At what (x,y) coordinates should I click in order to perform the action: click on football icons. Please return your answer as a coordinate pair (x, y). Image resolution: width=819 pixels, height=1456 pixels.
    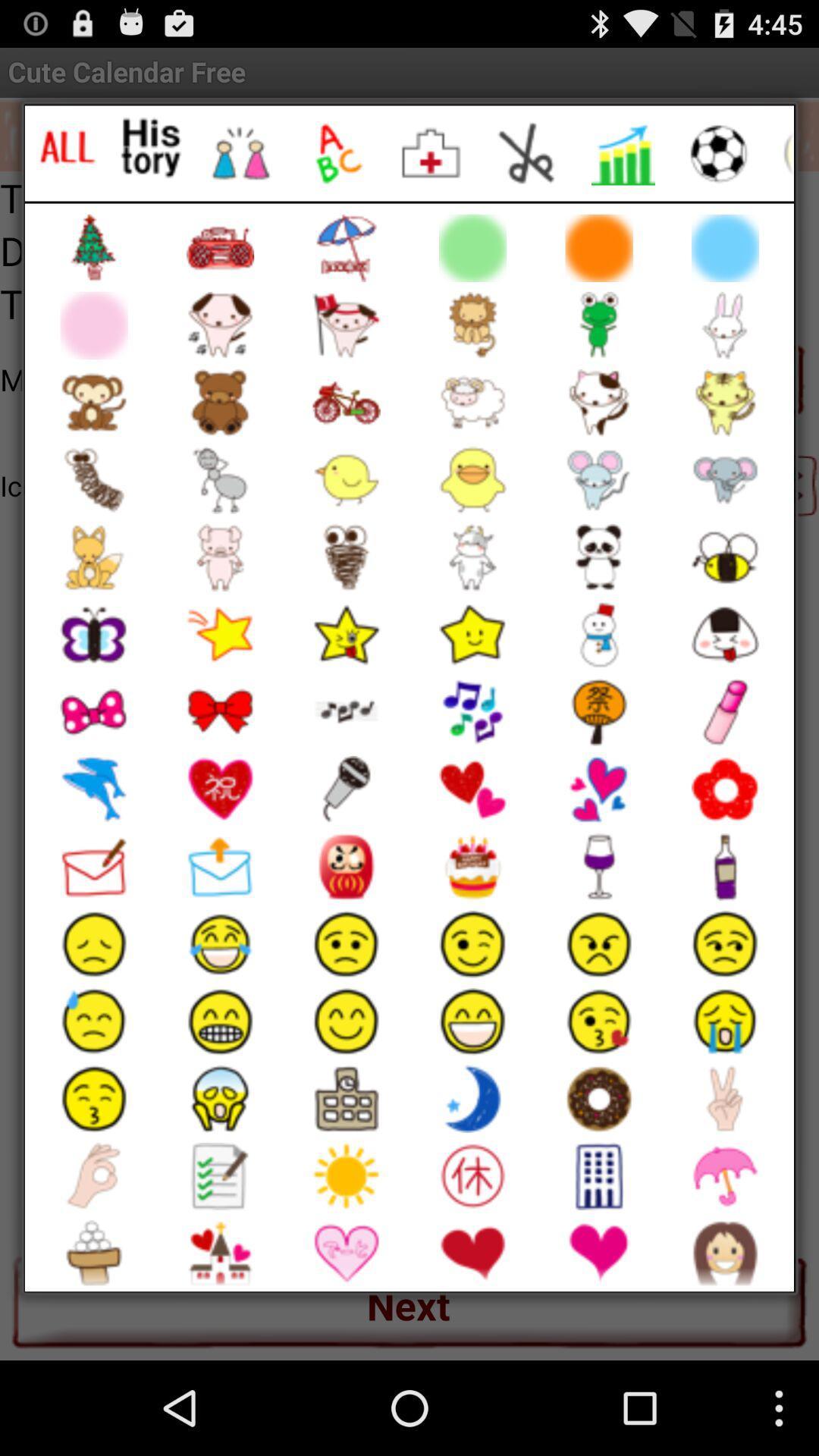
    Looking at the image, I should click on (718, 153).